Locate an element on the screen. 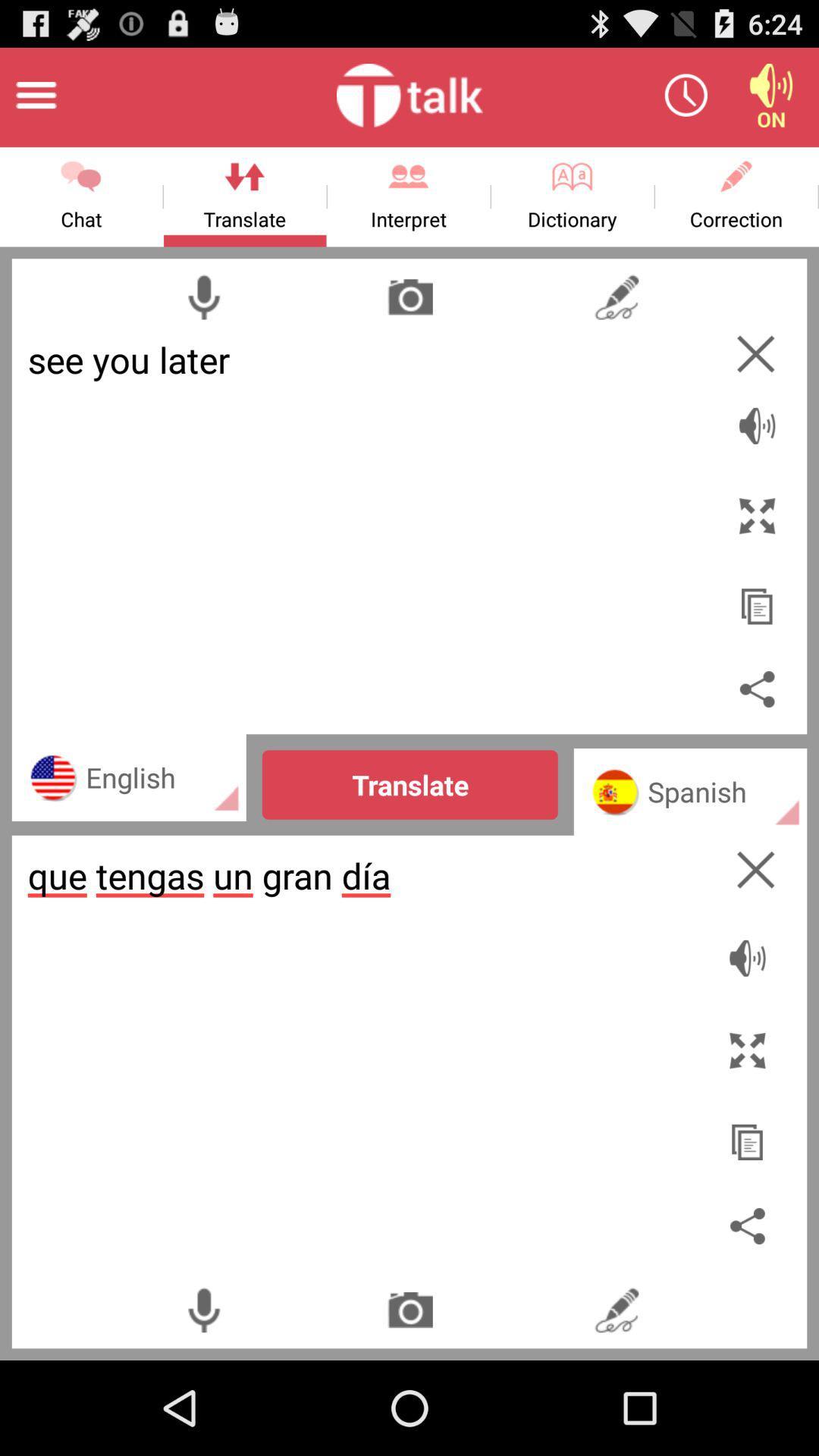 The width and height of the screenshot is (819, 1456). share content is located at coordinates (757, 688).